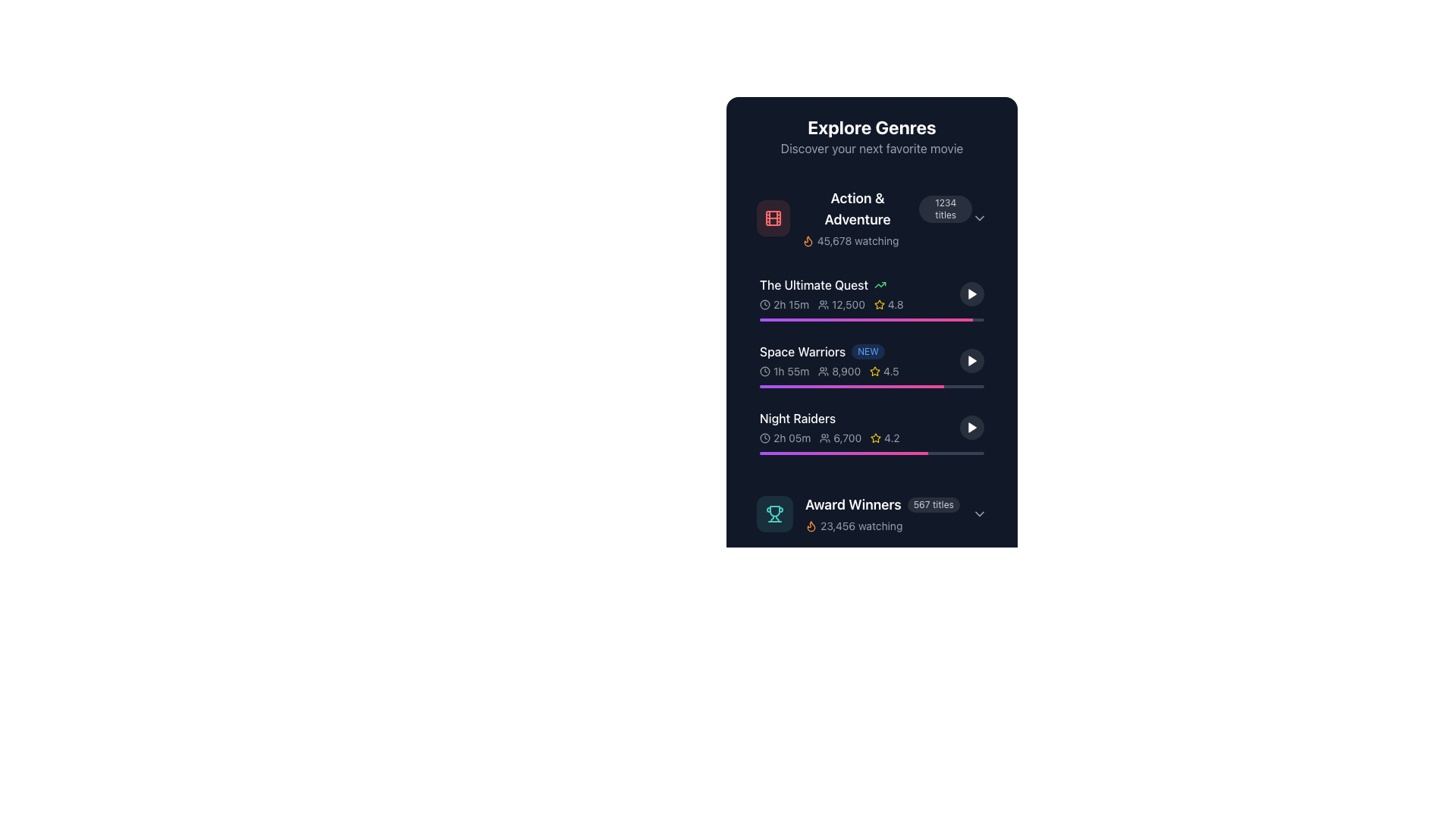 This screenshot has height=819, width=1456. I want to click on the progress bar element located beneath the label 'The Ultimate Quest' to interact with it, so click(872, 318).